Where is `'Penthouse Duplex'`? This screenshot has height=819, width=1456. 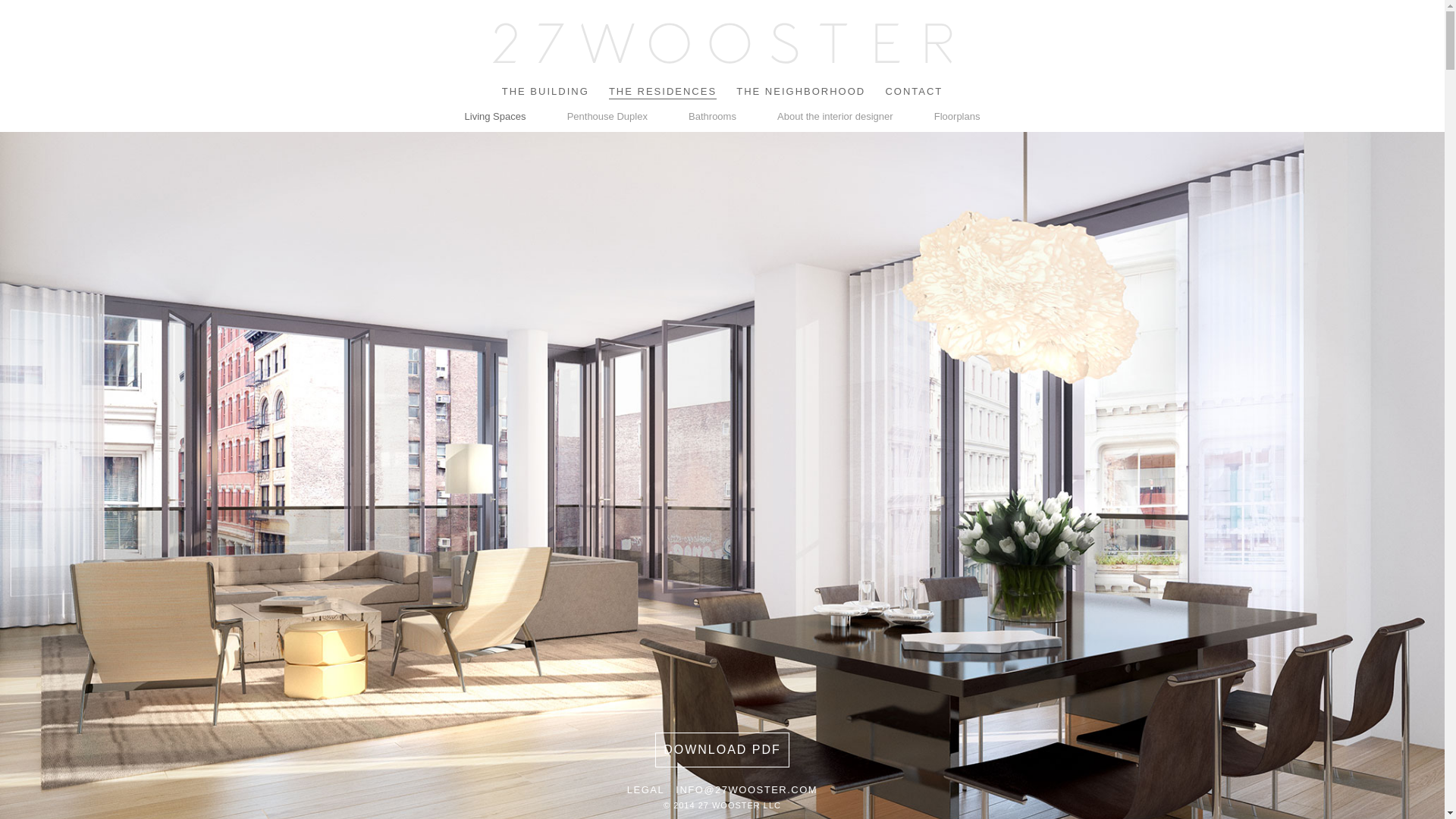
'Penthouse Duplex' is located at coordinates (607, 115).